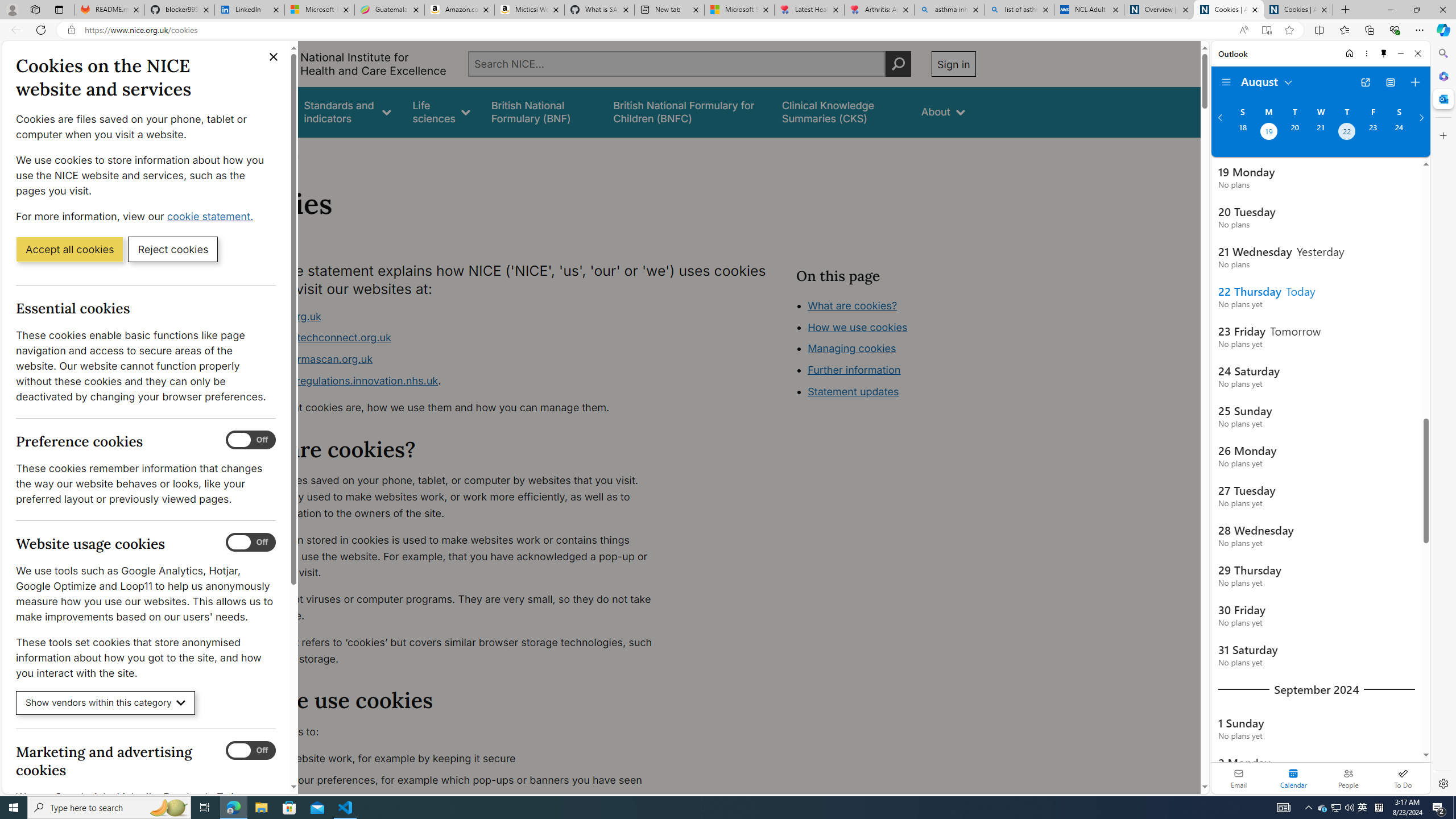  I want to click on 'Close cookie banner', so click(274, 56).